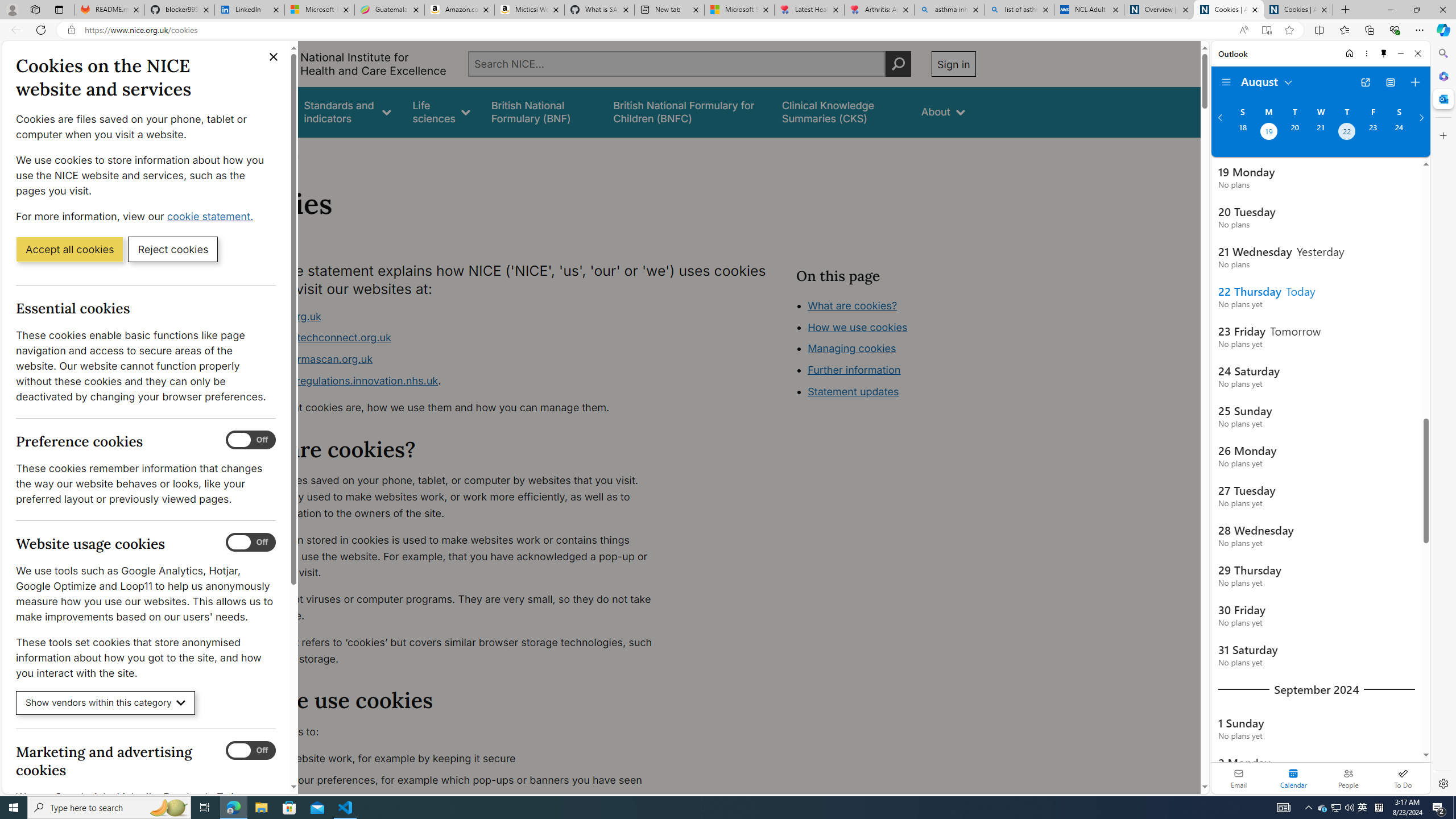  I want to click on 'Close cookie banner', so click(274, 56).